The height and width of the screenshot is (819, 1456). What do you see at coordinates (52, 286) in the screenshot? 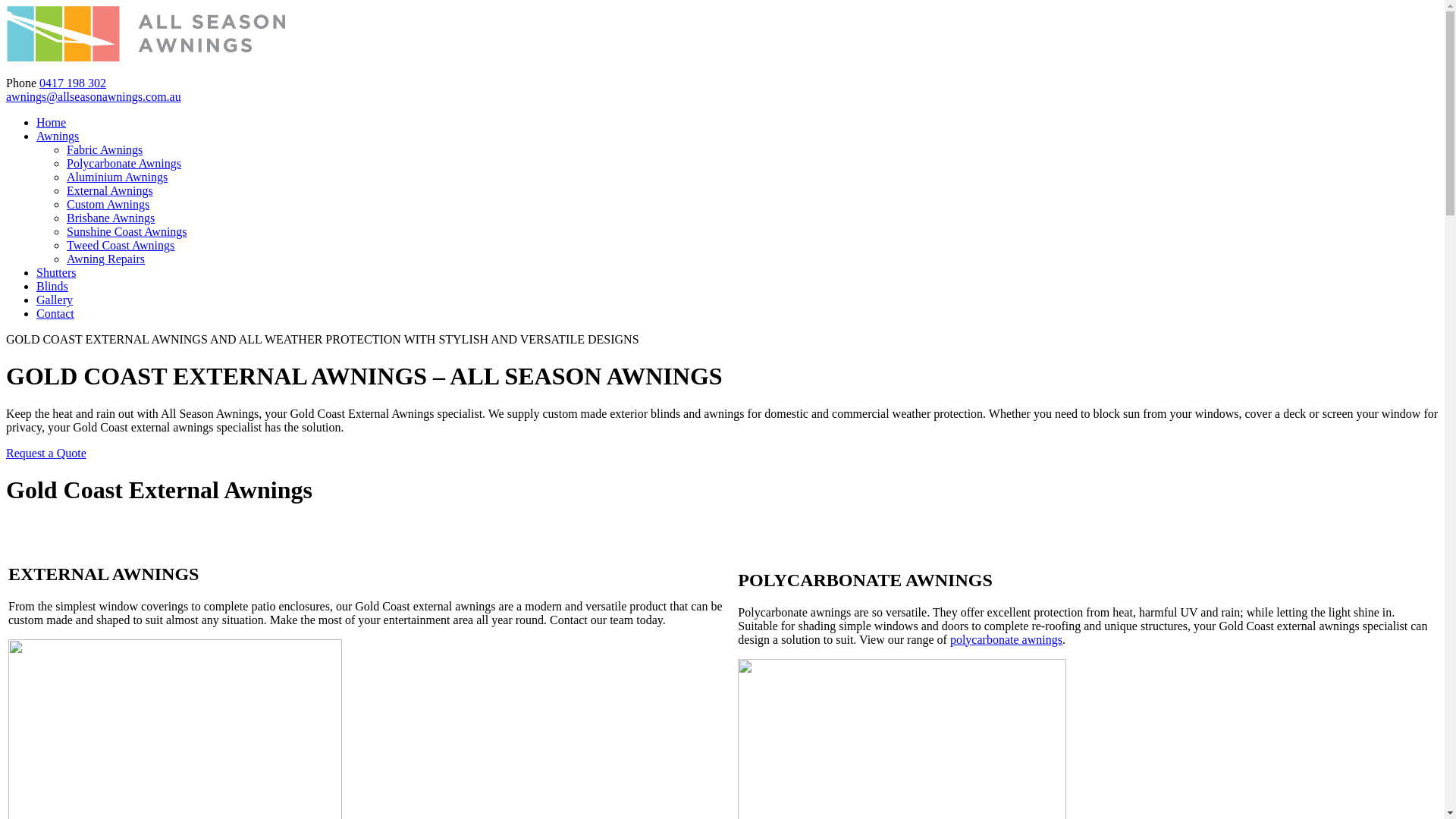
I see `'Blinds'` at bounding box center [52, 286].